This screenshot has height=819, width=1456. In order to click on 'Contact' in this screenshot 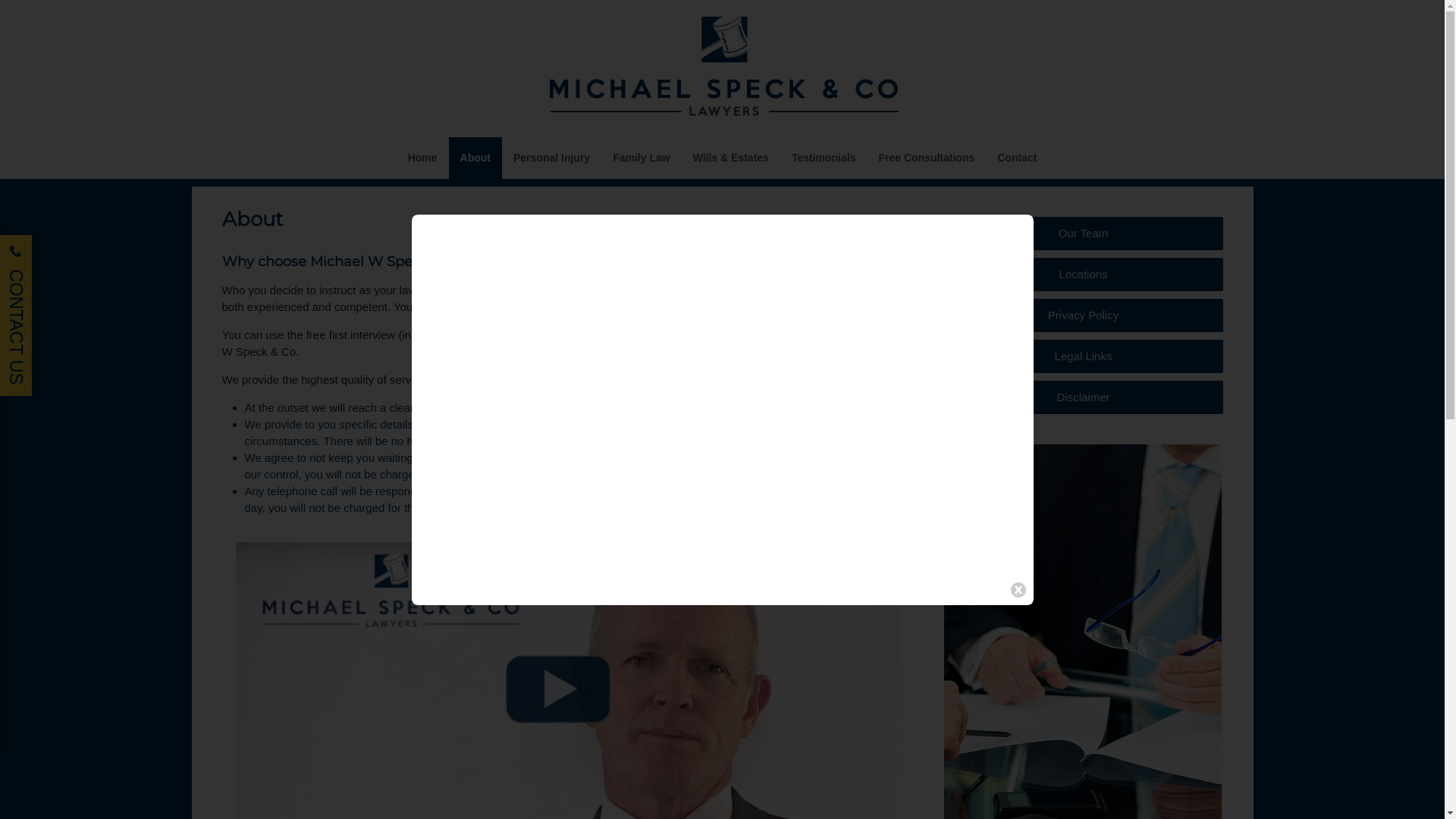, I will do `click(986, 158)`.